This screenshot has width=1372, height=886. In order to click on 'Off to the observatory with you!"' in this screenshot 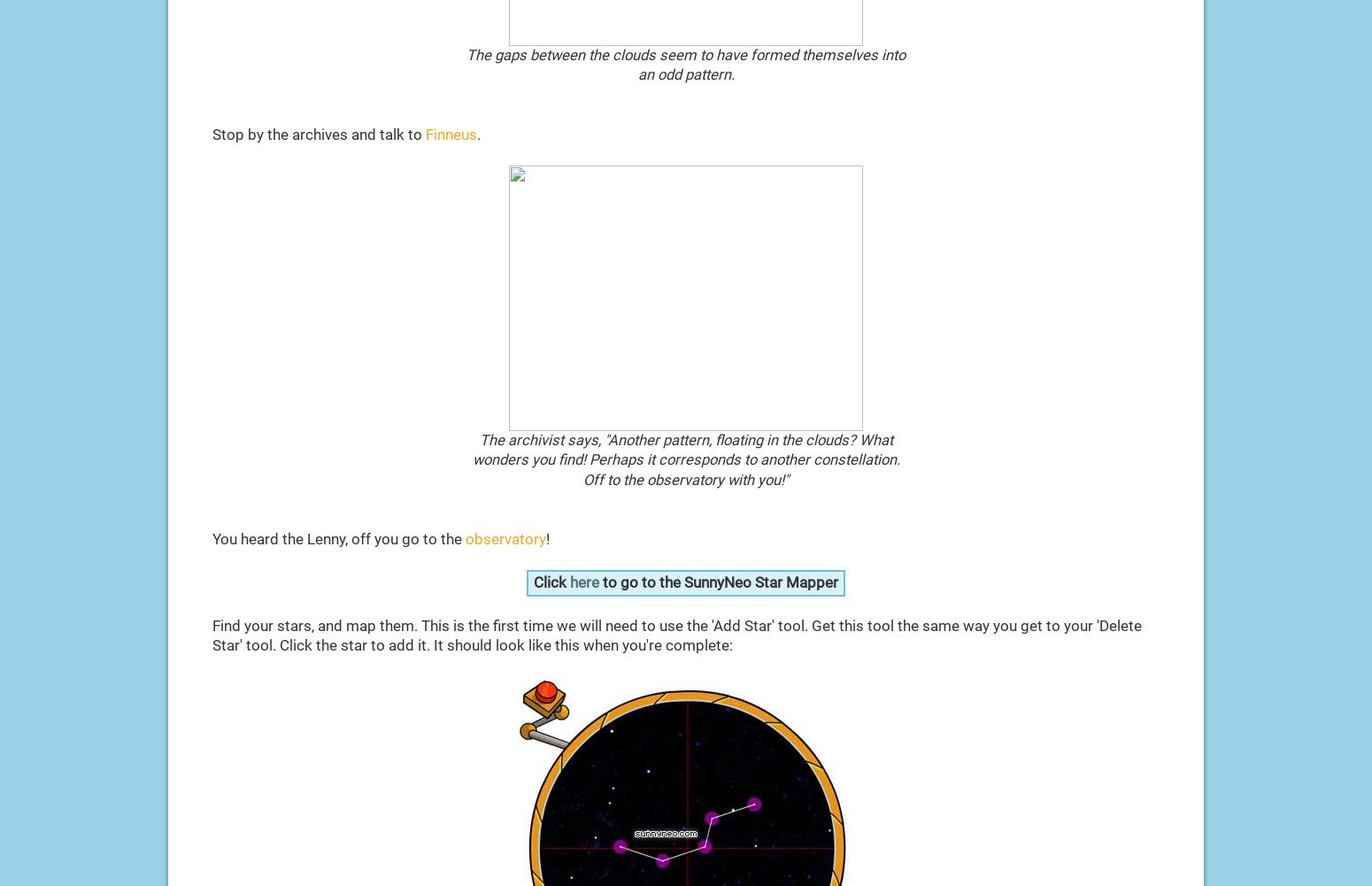, I will do `click(686, 478)`.